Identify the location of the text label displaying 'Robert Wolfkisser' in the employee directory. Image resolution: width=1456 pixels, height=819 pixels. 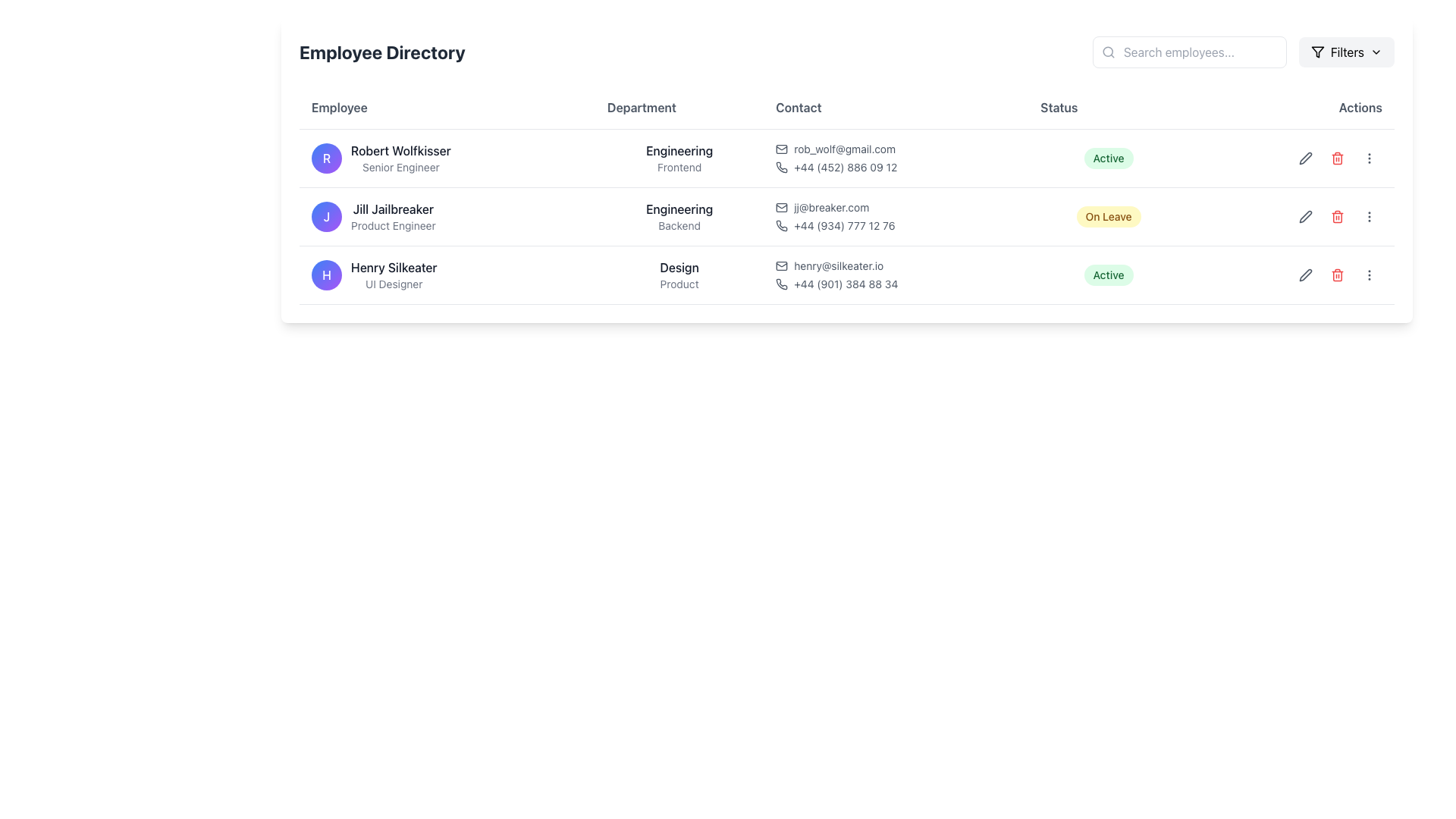
(400, 158).